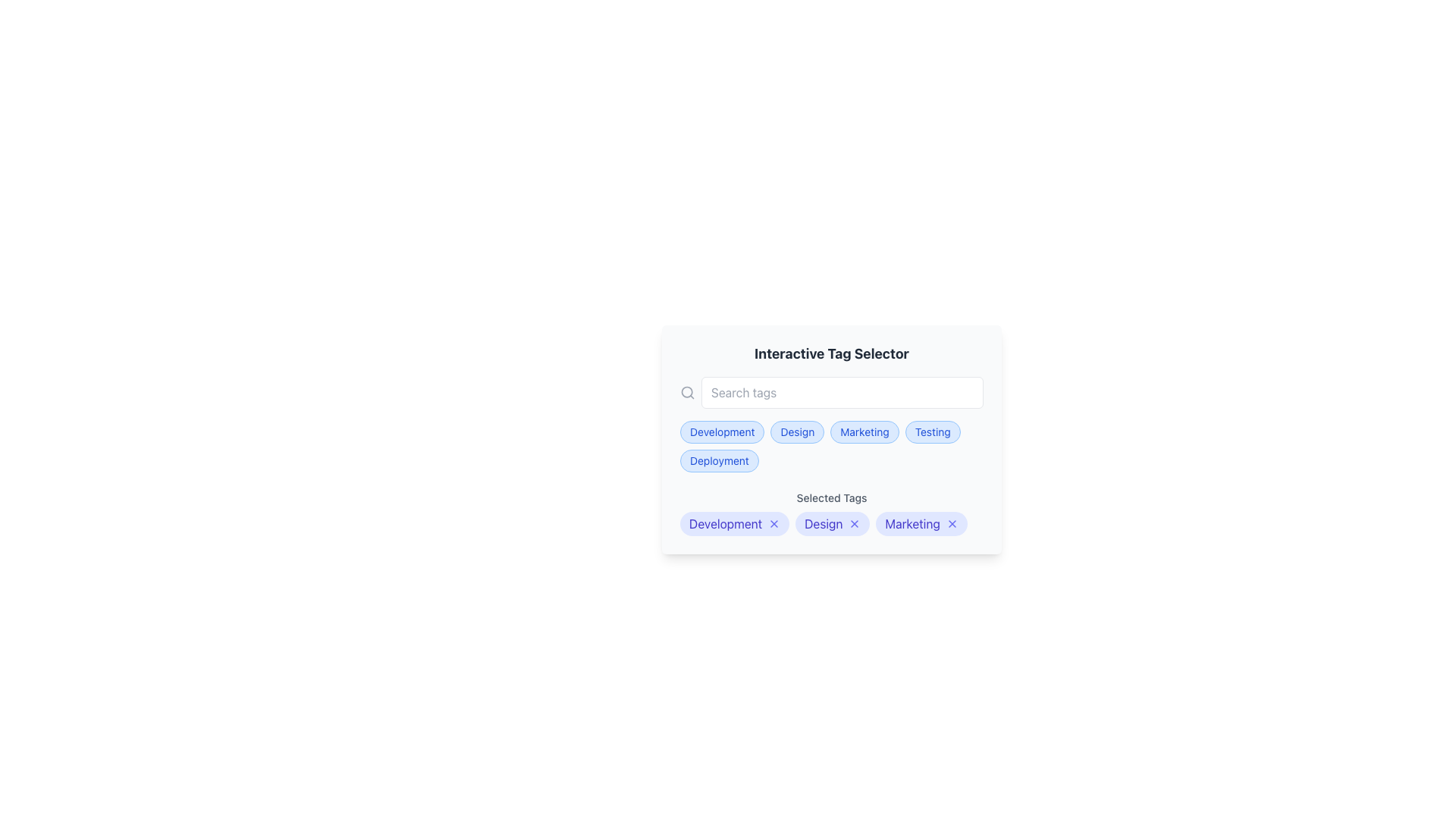 The height and width of the screenshot is (819, 1456). Describe the element at coordinates (832, 522) in the screenshot. I see `the second tag in the 'Selected Tags' section` at that location.